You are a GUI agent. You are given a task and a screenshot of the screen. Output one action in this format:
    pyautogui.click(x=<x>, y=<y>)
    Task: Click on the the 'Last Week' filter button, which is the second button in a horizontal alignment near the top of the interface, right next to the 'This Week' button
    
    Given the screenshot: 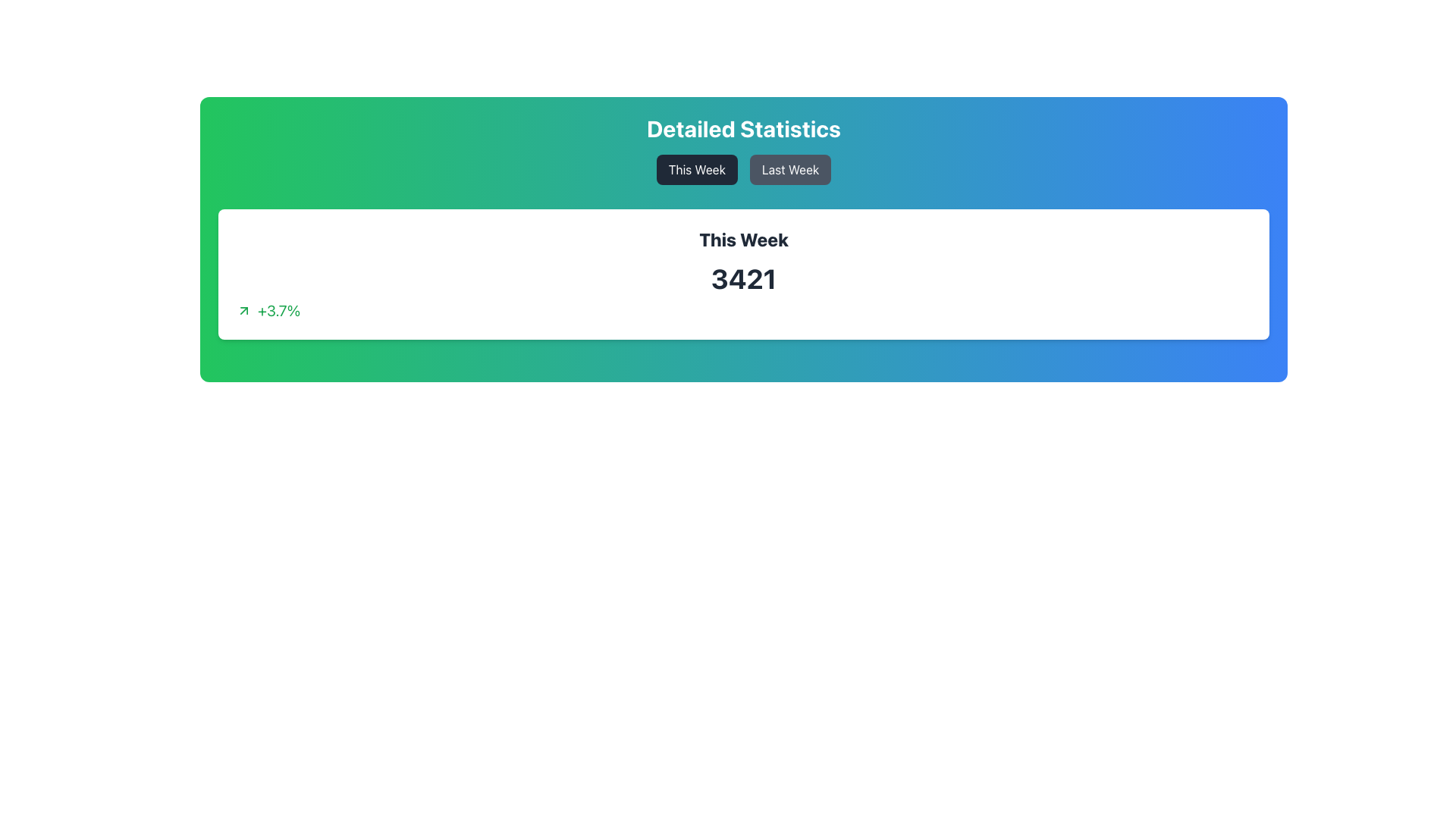 What is the action you would take?
    pyautogui.click(x=789, y=169)
    